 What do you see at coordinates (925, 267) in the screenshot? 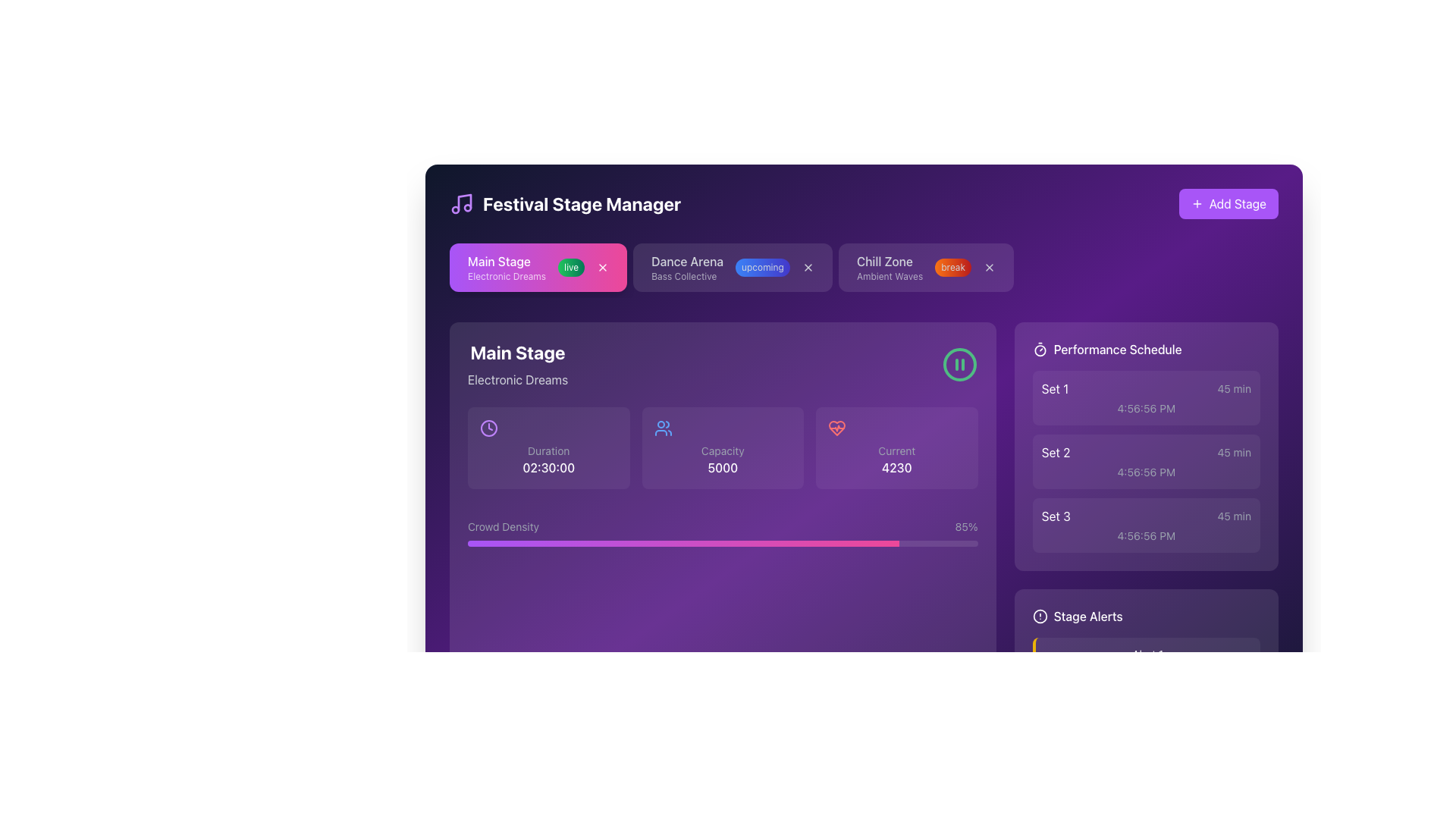
I see `the status button labeled 'break' within the 'Chill Zone' tab located in the header section of the interface` at bounding box center [925, 267].